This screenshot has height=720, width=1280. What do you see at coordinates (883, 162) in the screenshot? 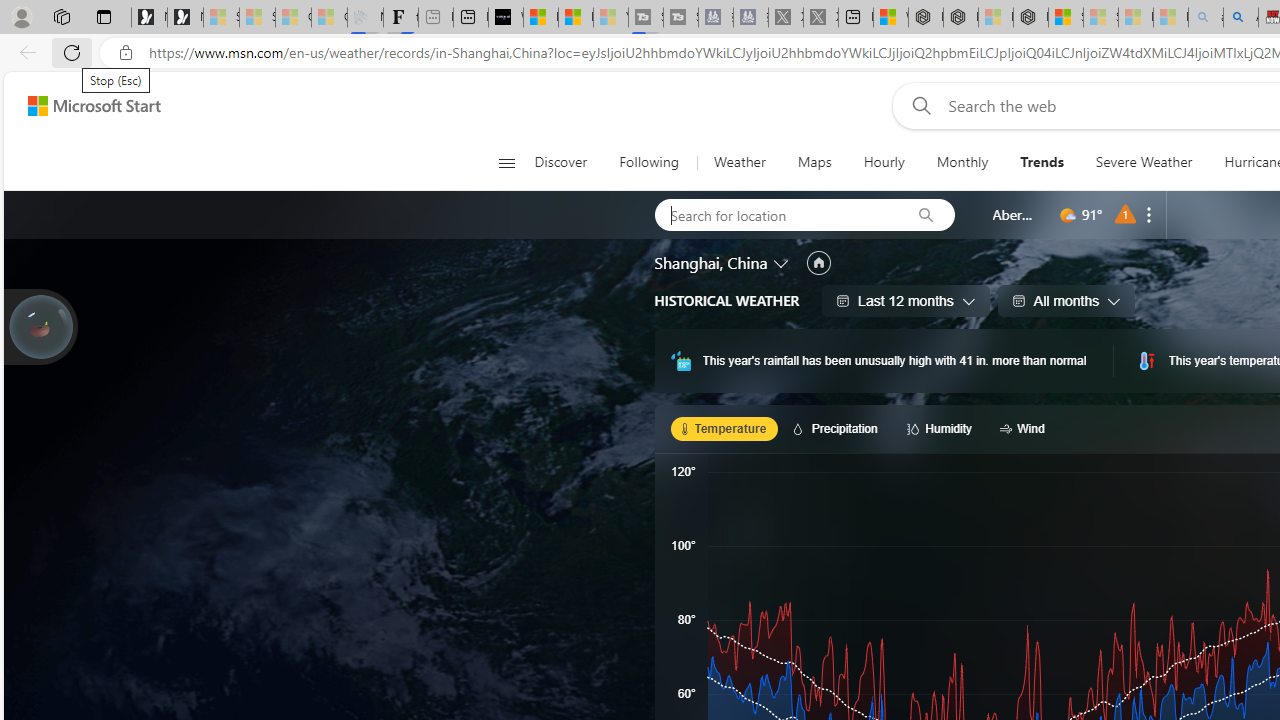
I see `'Hourly'` at bounding box center [883, 162].